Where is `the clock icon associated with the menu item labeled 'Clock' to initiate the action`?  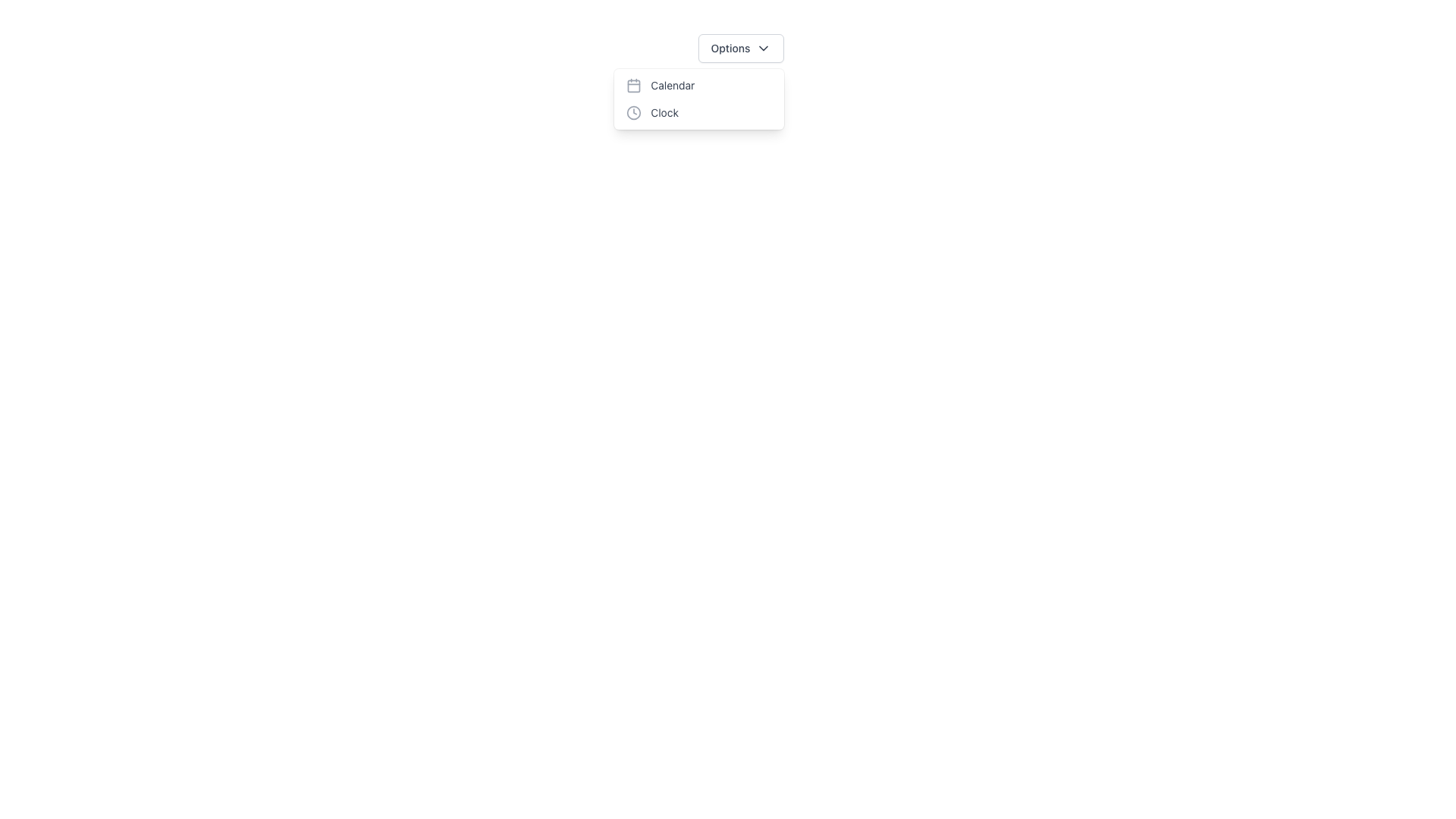 the clock icon associated with the menu item labeled 'Clock' to initiate the action is located at coordinates (634, 112).